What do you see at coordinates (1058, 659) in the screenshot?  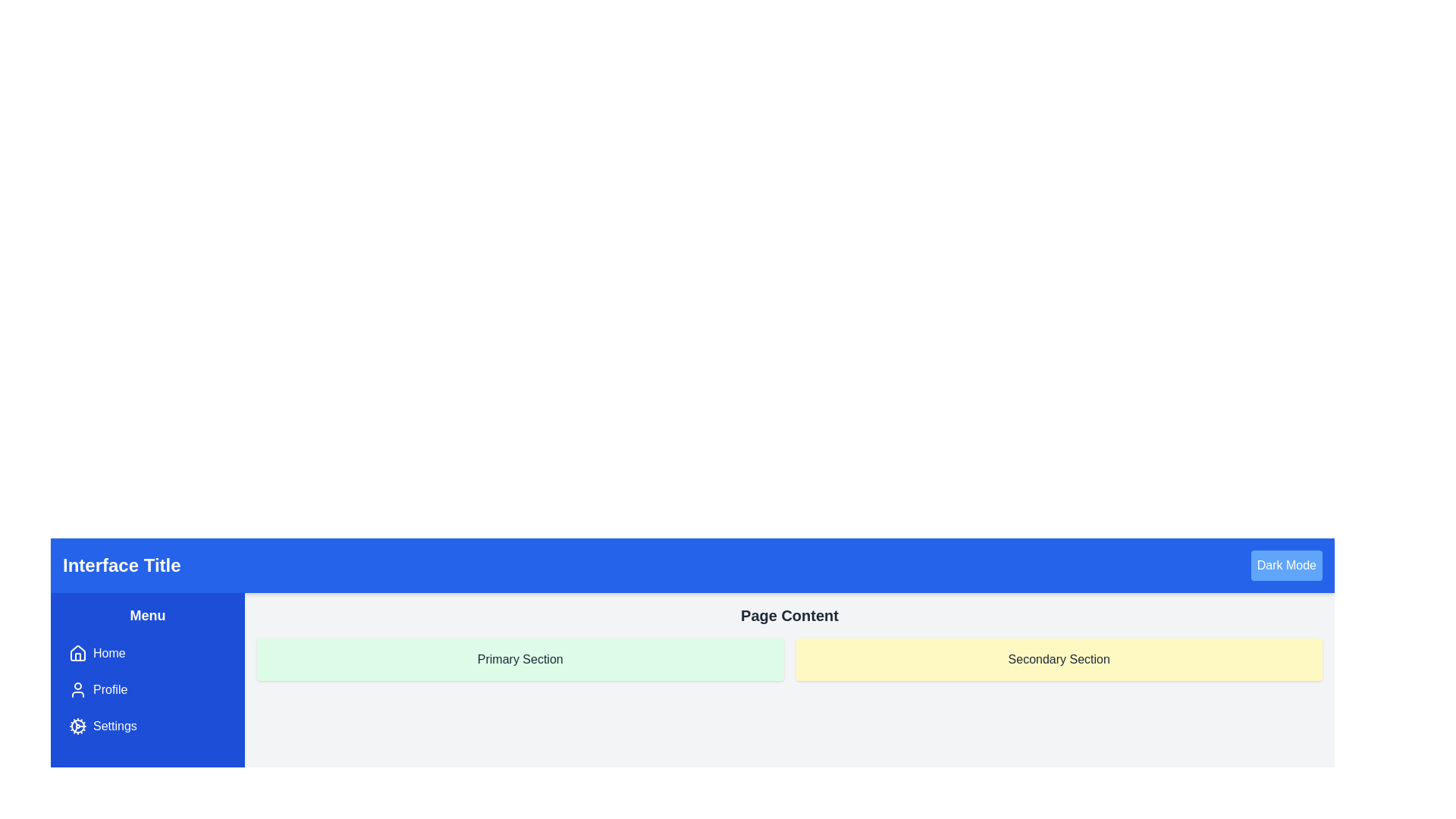 I see `the rectangular section with a yellow background and rounded corners that contains the centered text 'Secondary Section'` at bounding box center [1058, 659].